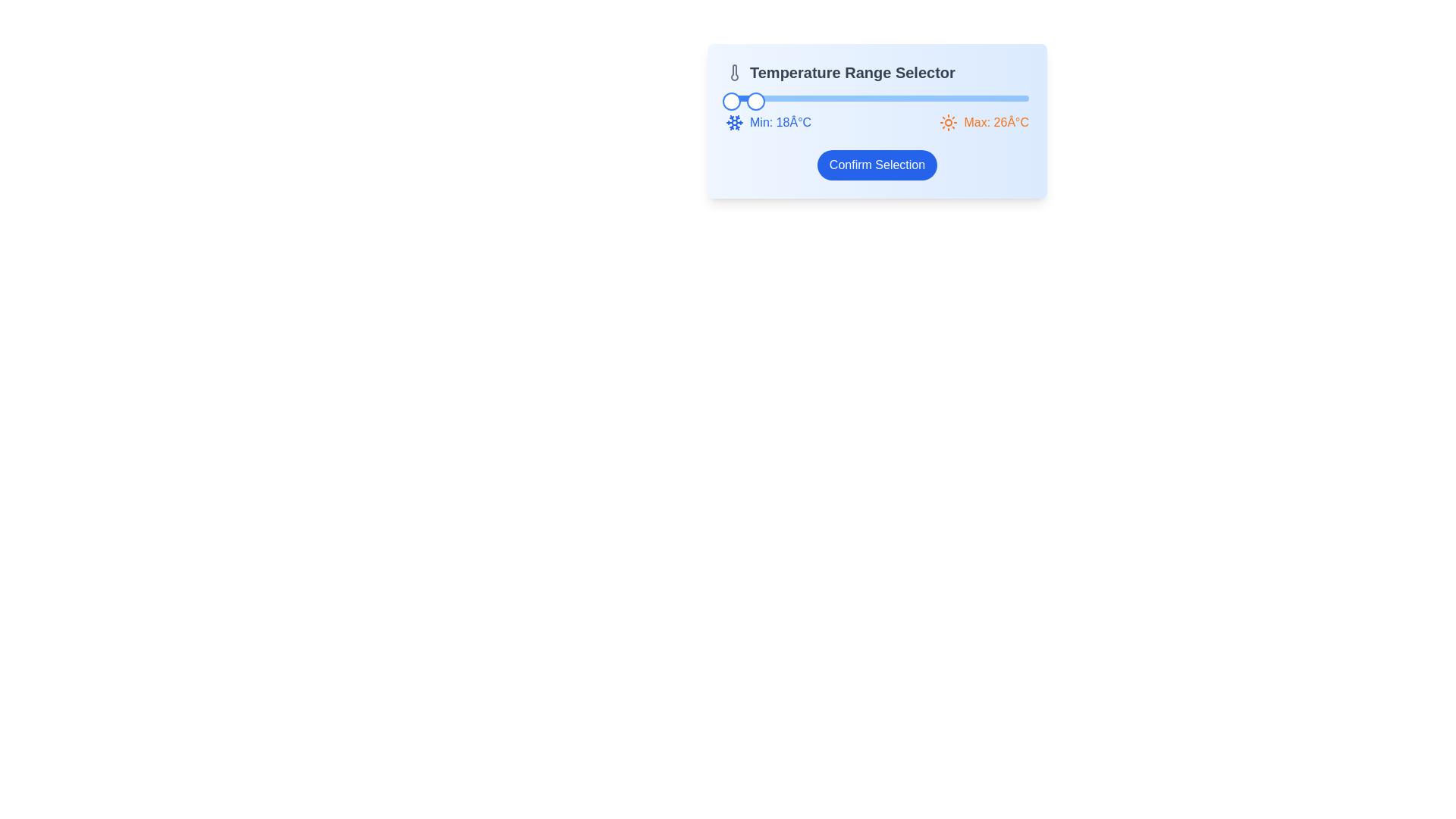  Describe the element at coordinates (855, 102) in the screenshot. I see `the left slider knob` at that location.